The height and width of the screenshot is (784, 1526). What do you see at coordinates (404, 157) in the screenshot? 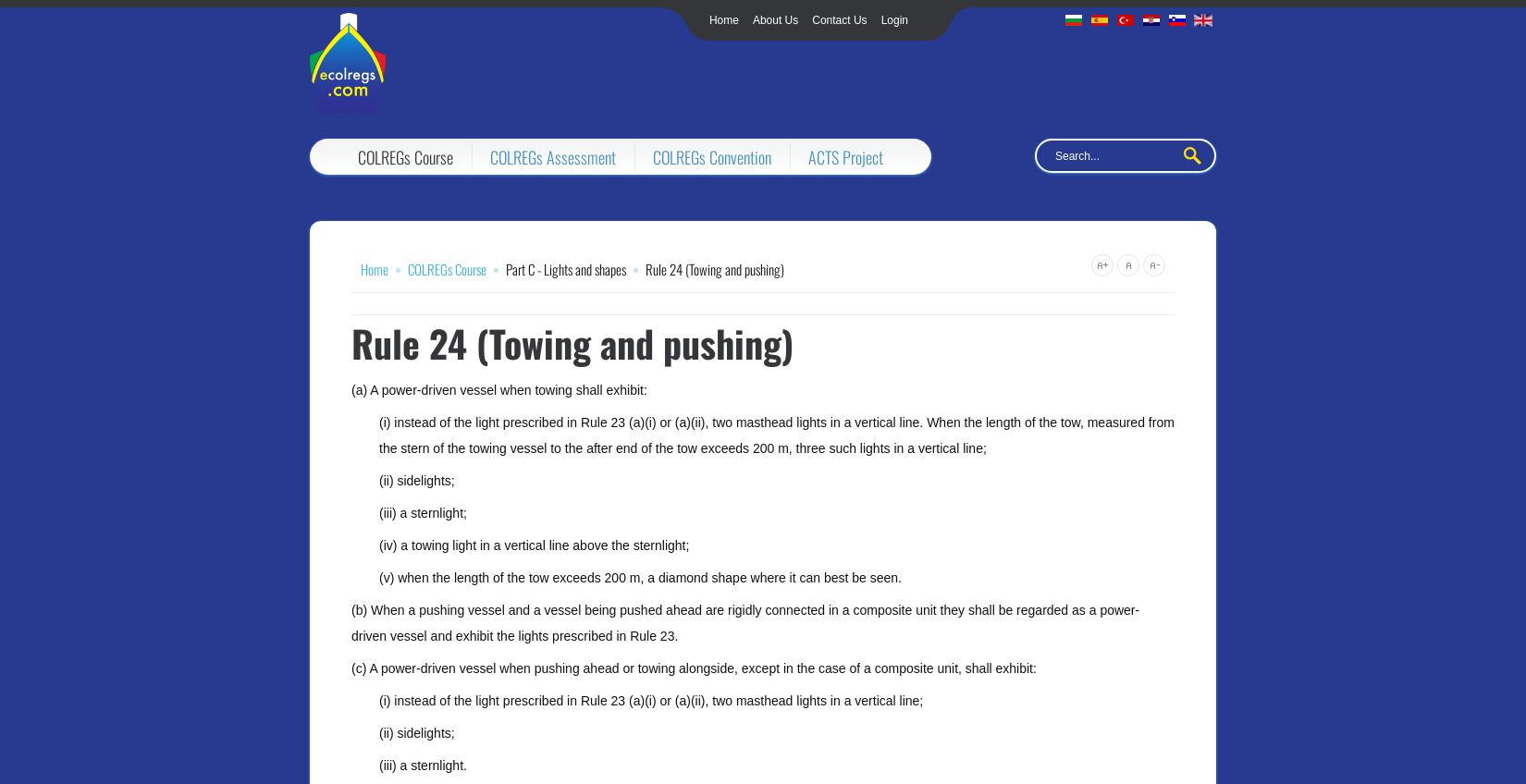
I see `'COLREGs Course'` at bounding box center [404, 157].